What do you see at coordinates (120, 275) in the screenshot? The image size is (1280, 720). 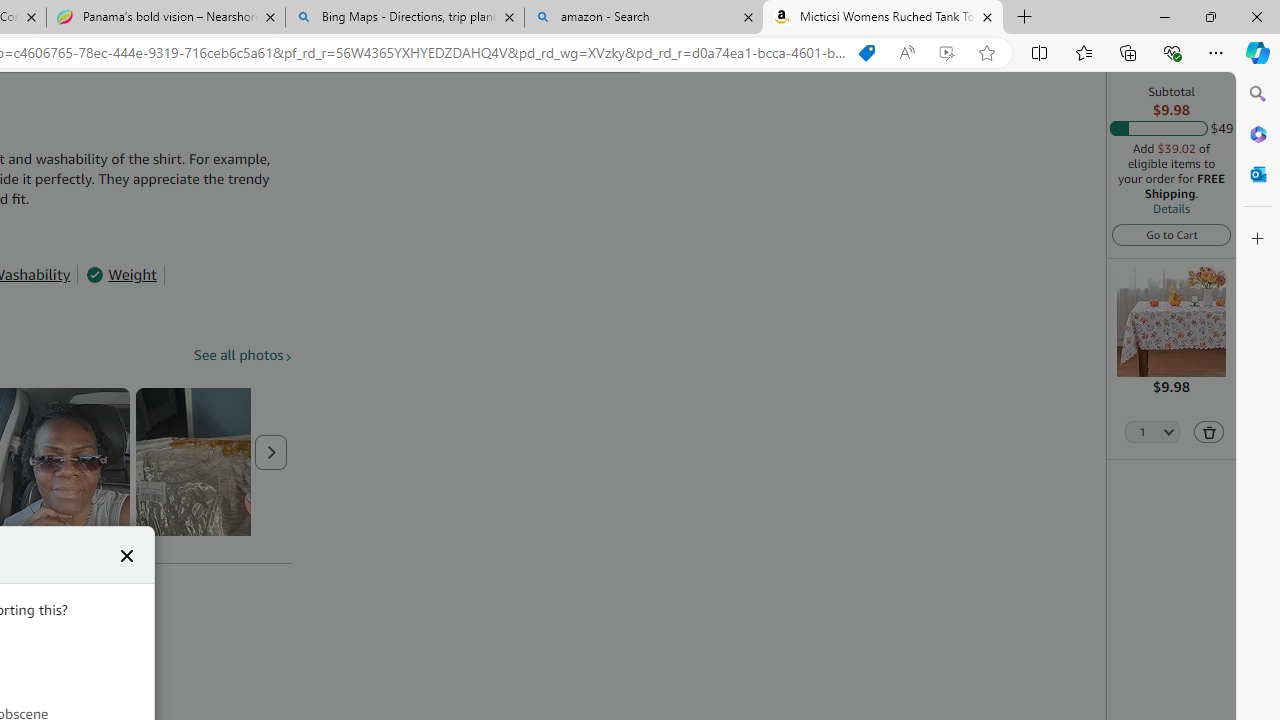 I see `'Weight'` at bounding box center [120, 275].